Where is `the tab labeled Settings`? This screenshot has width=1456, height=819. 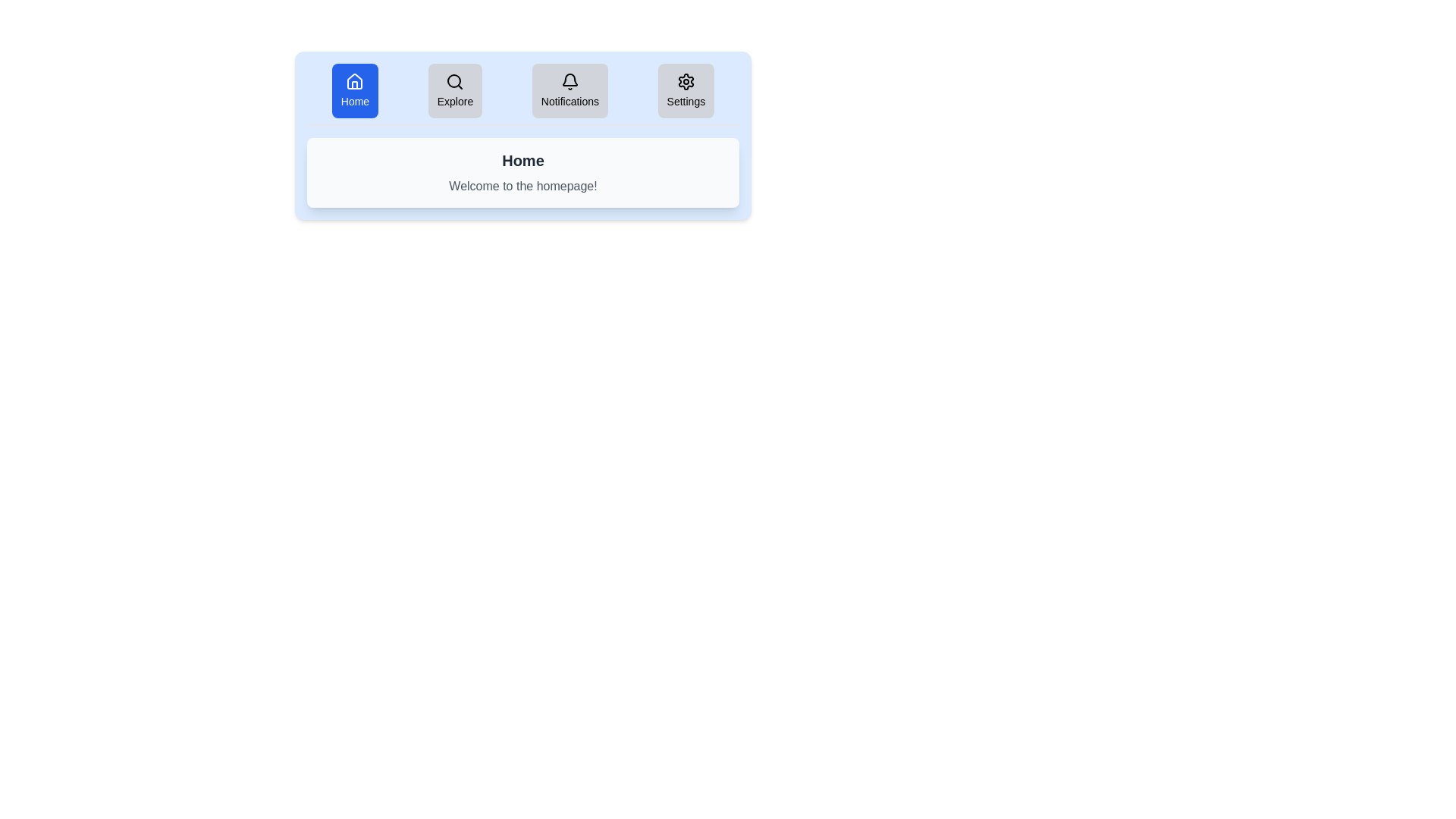
the tab labeled Settings is located at coordinates (685, 90).